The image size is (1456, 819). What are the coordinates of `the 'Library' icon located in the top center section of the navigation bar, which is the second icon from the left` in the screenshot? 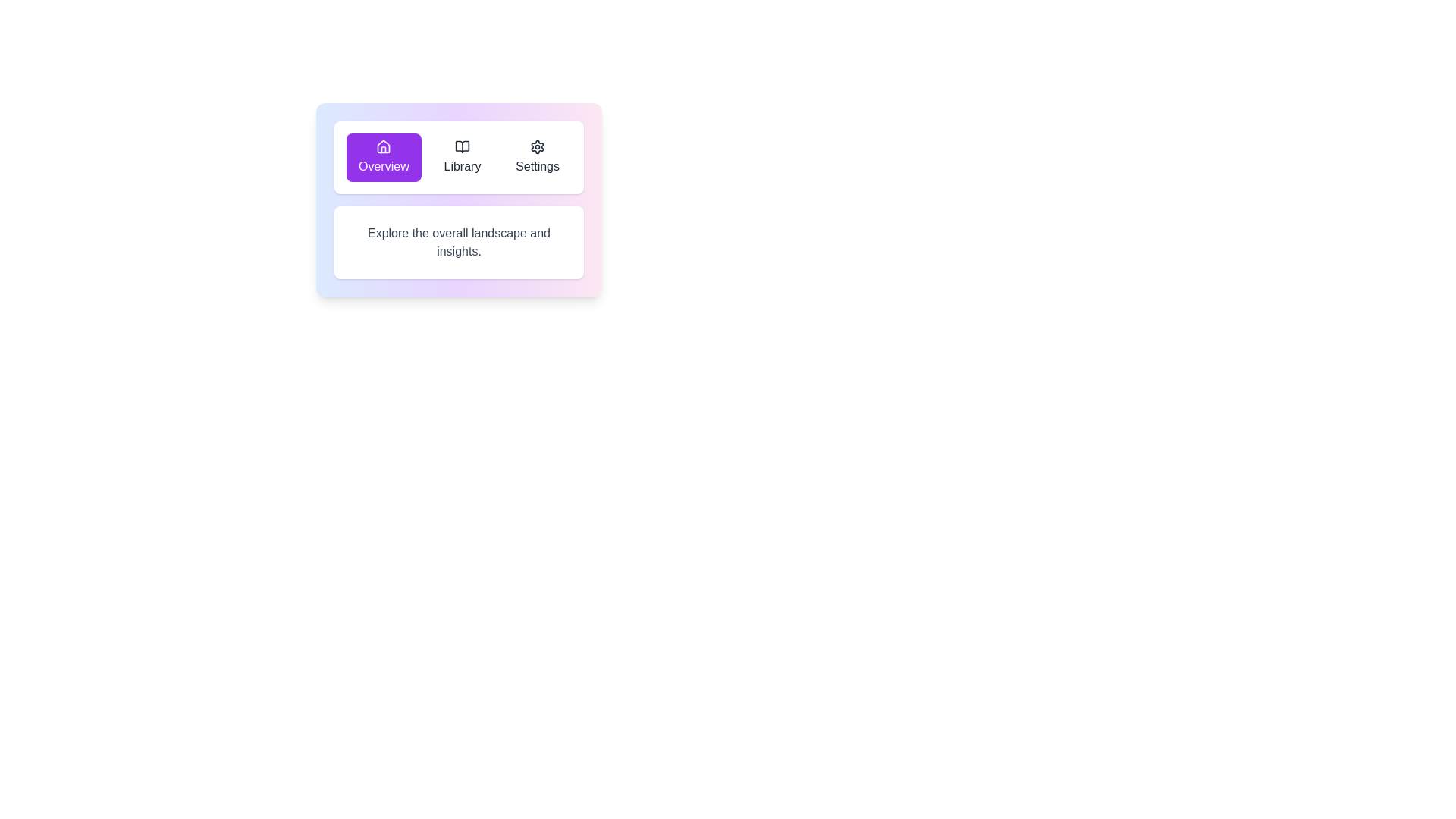 It's located at (461, 146).